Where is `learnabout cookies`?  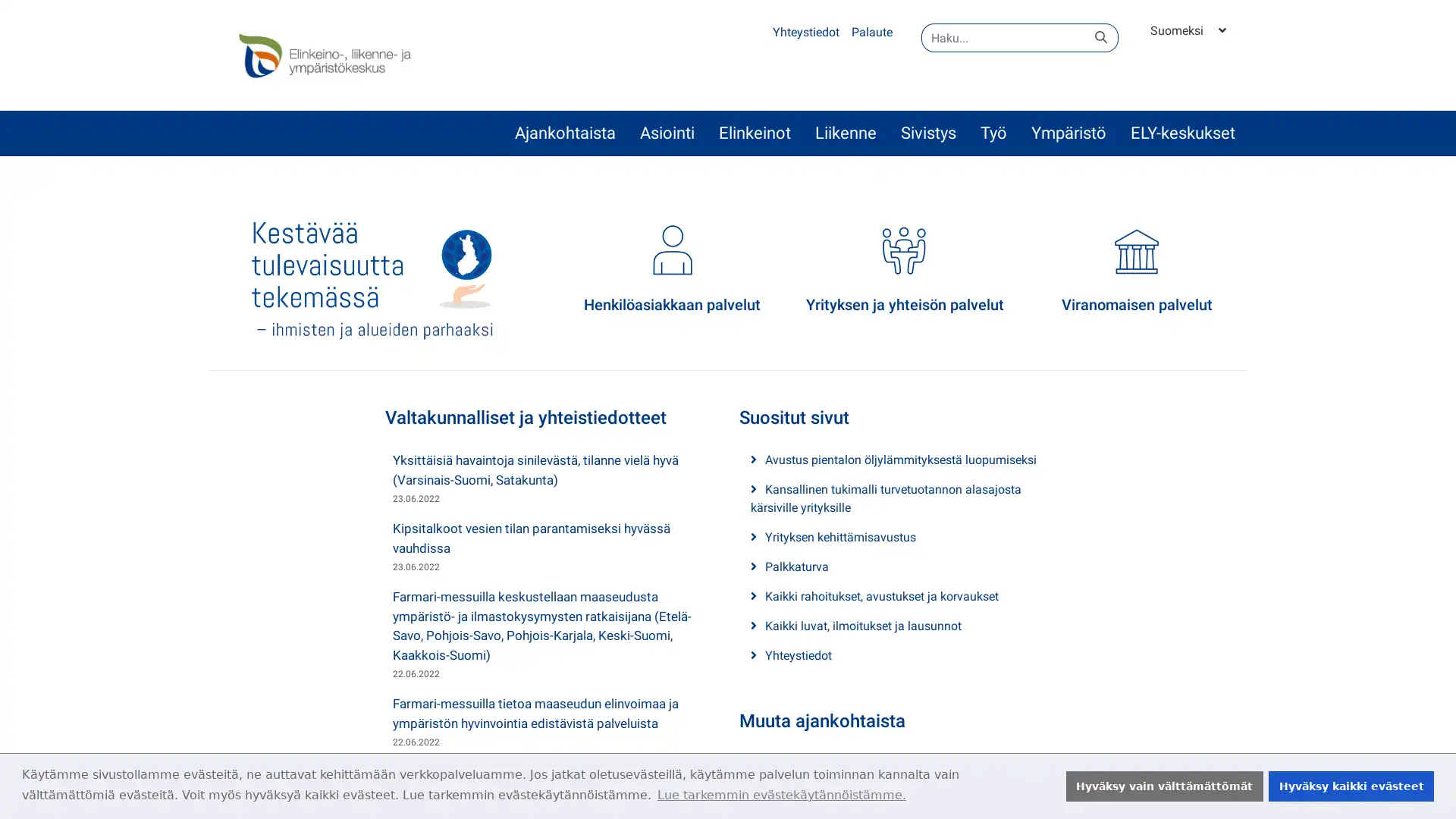 learnabout cookies is located at coordinates (781, 794).